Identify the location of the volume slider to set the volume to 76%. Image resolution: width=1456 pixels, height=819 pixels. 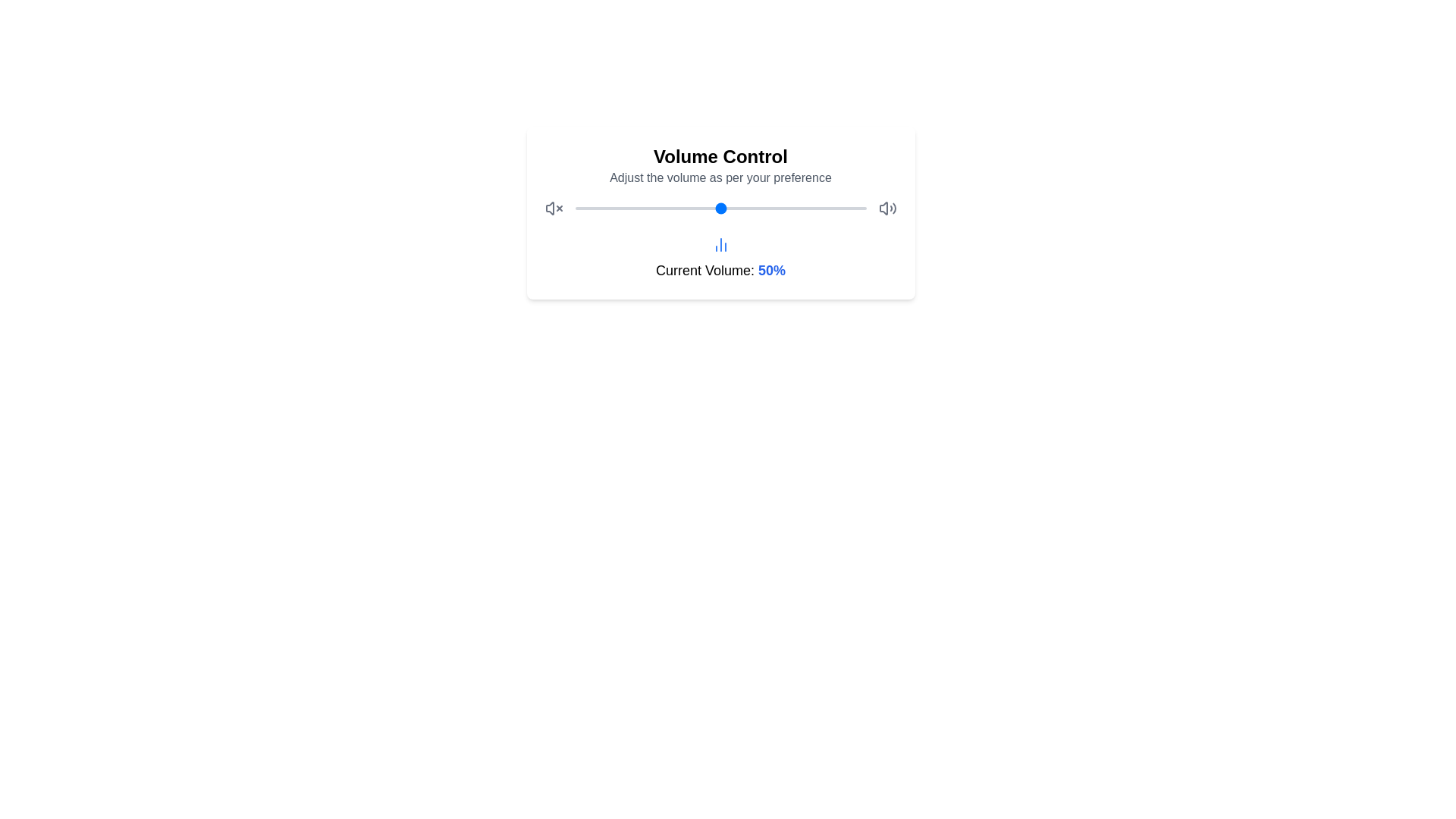
(795, 208).